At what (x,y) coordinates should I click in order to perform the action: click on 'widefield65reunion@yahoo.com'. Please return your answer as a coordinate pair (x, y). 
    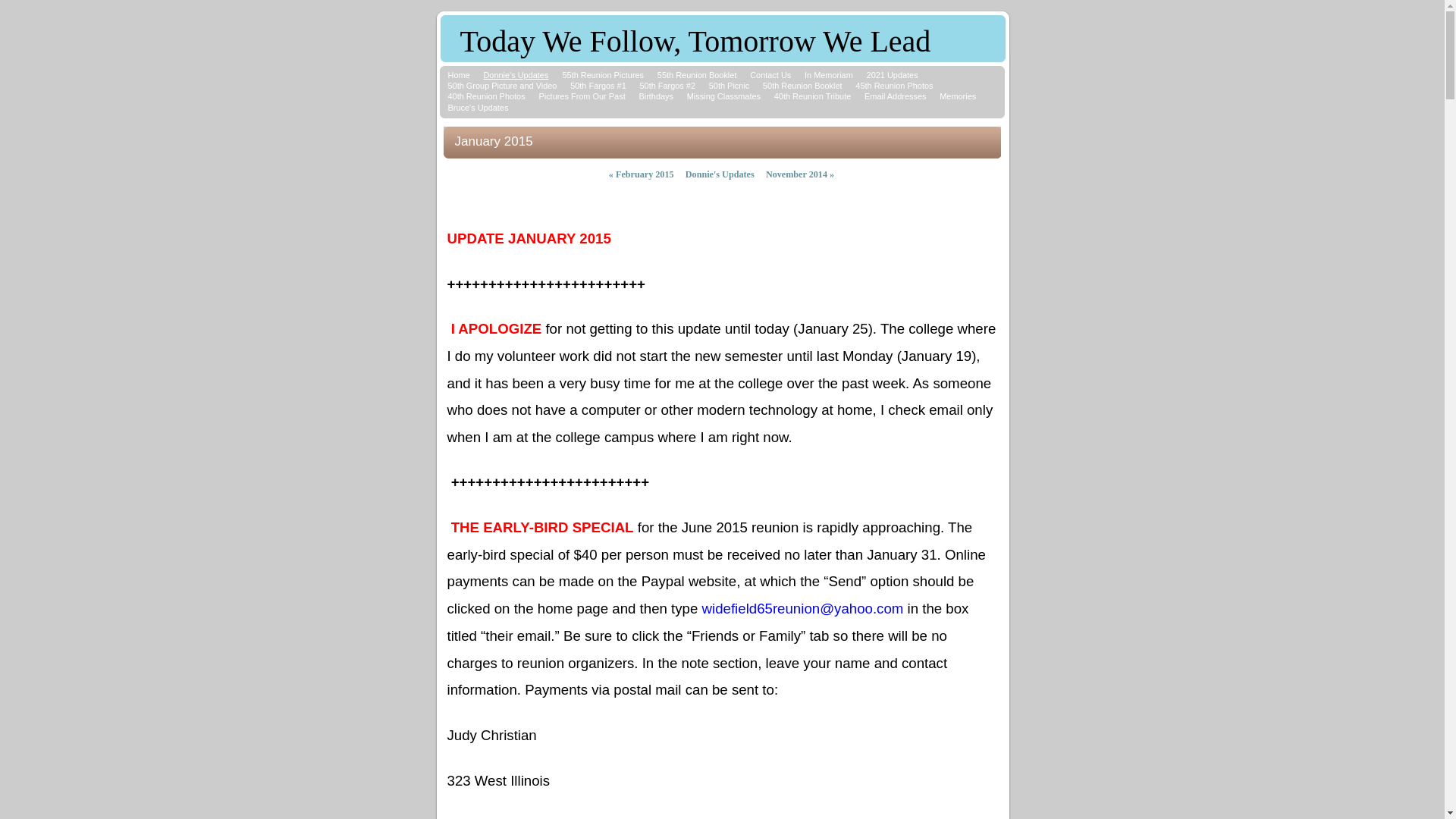
    Looking at the image, I should click on (802, 608).